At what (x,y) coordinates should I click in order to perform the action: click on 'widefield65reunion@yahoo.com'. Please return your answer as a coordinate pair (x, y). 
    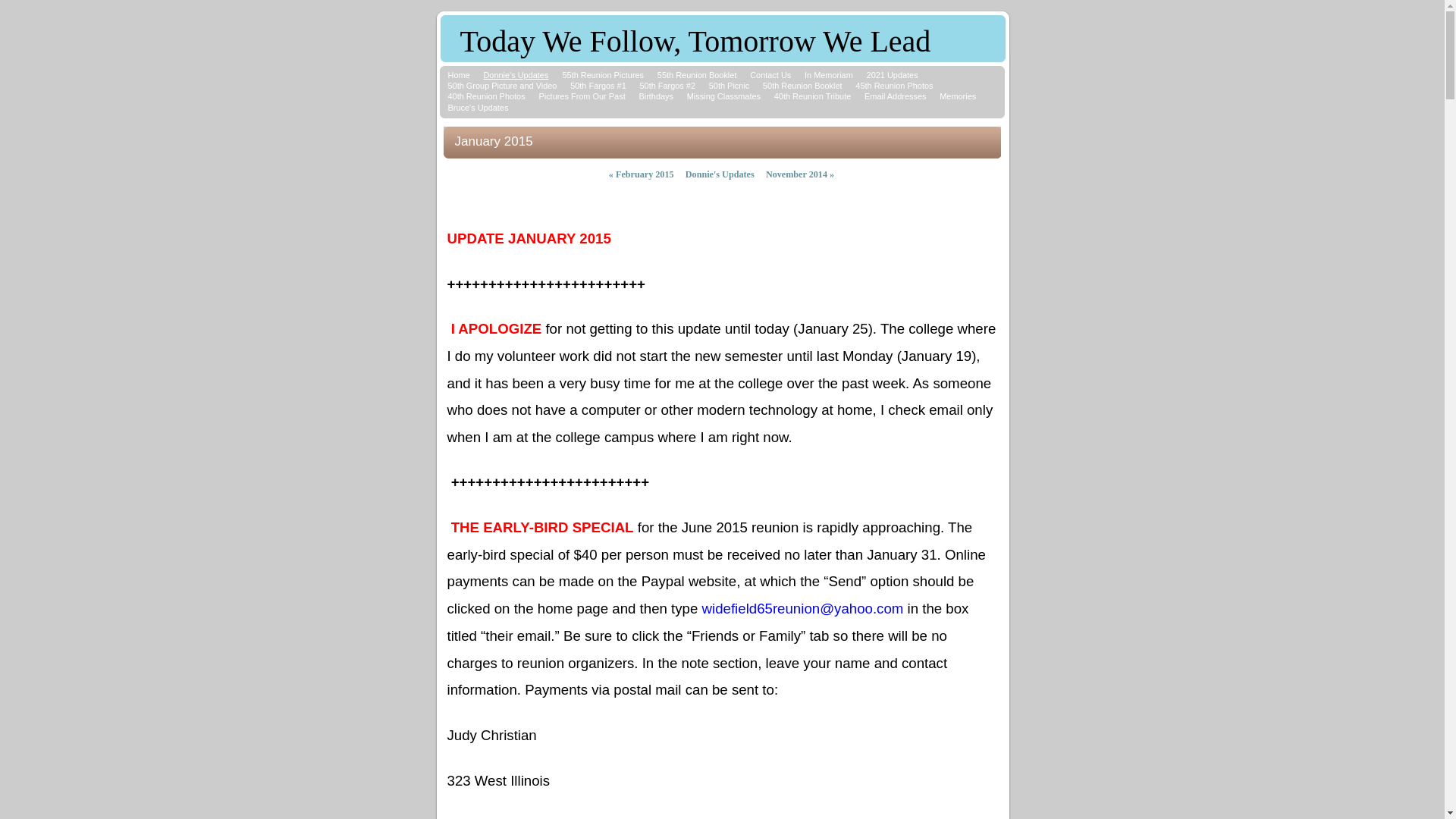
    Looking at the image, I should click on (802, 608).